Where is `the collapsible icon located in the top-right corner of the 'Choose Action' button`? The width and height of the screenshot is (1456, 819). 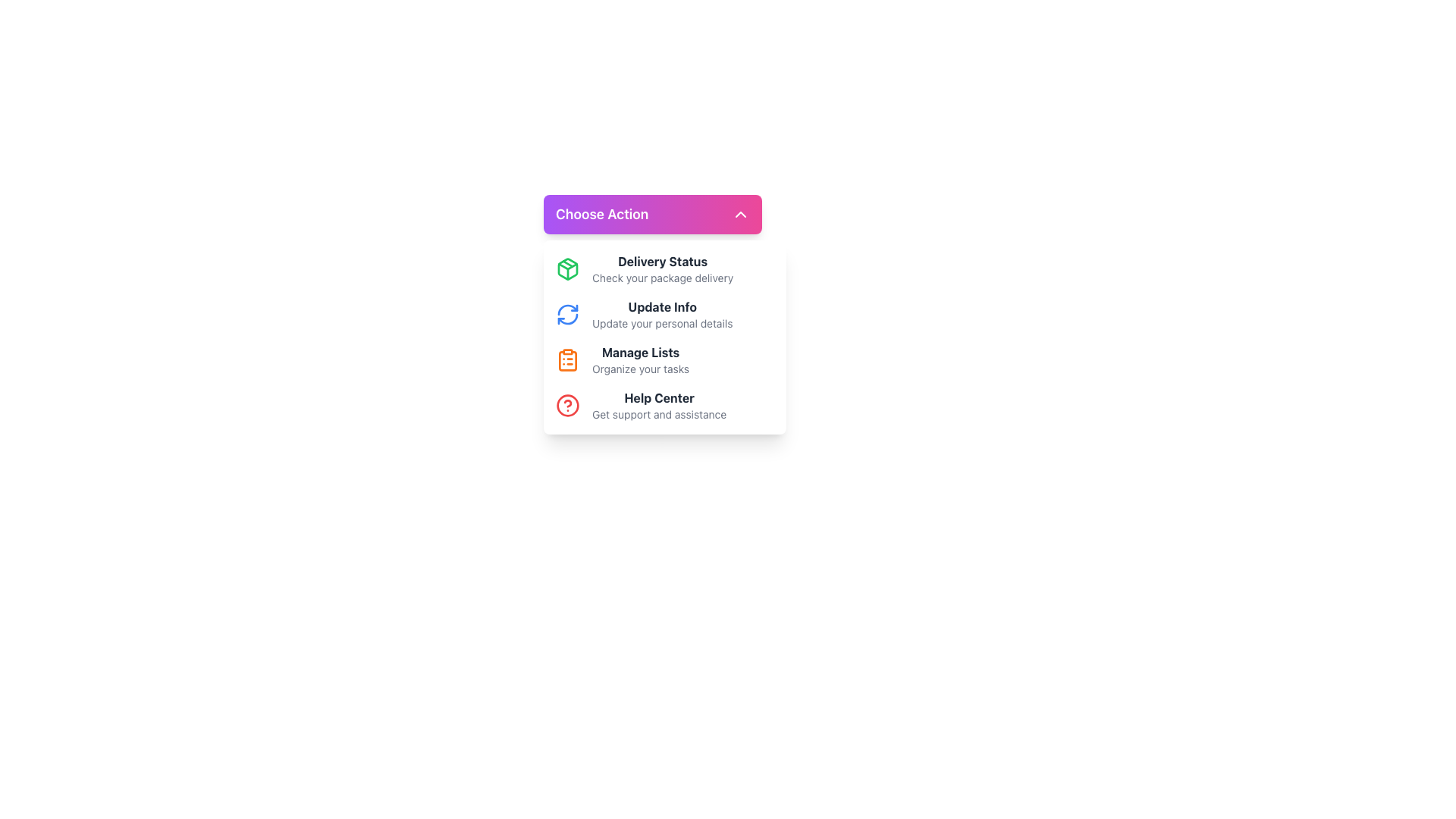
the collapsible icon located in the top-right corner of the 'Choose Action' button is located at coordinates (741, 214).